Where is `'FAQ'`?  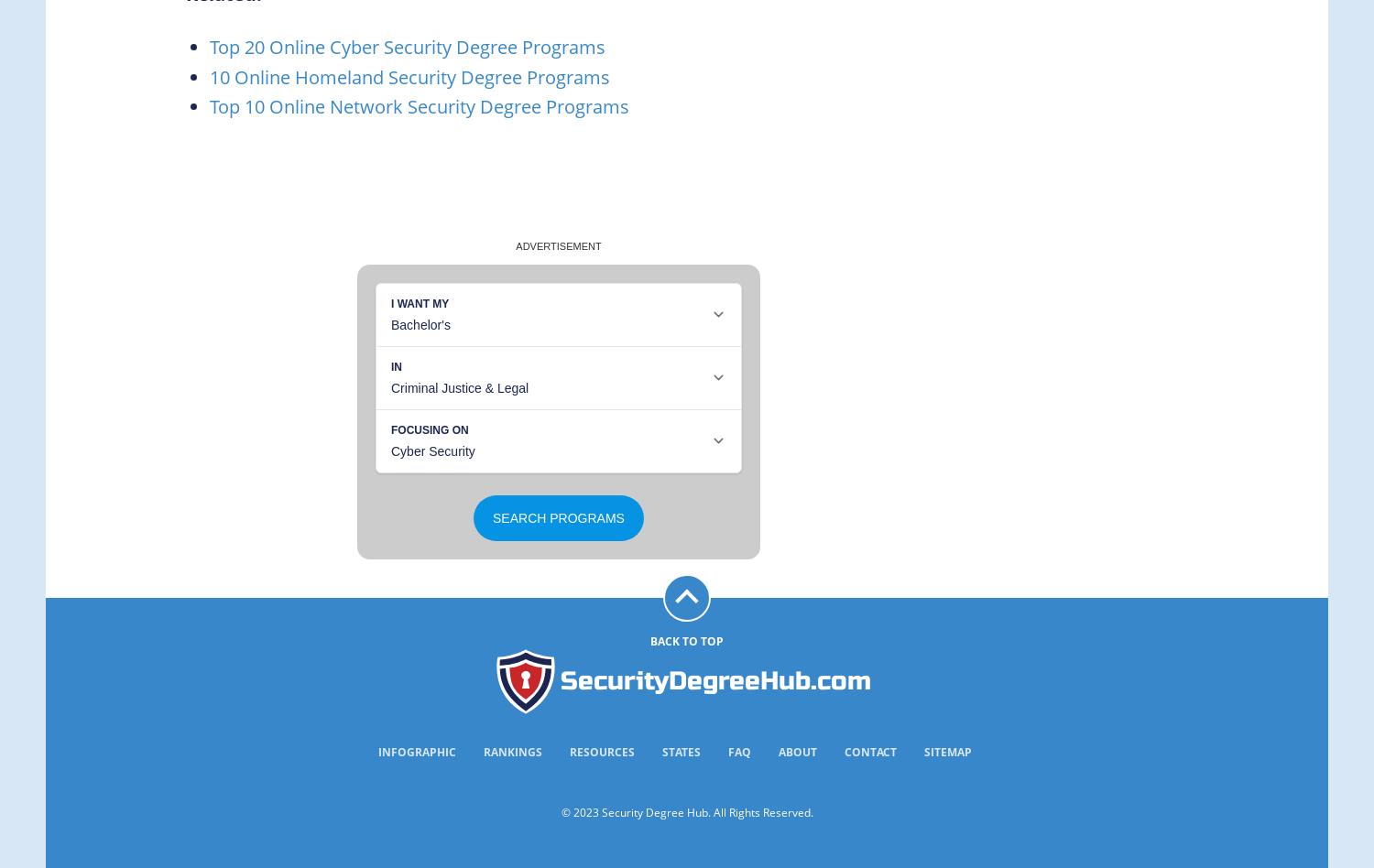 'FAQ' is located at coordinates (739, 751).